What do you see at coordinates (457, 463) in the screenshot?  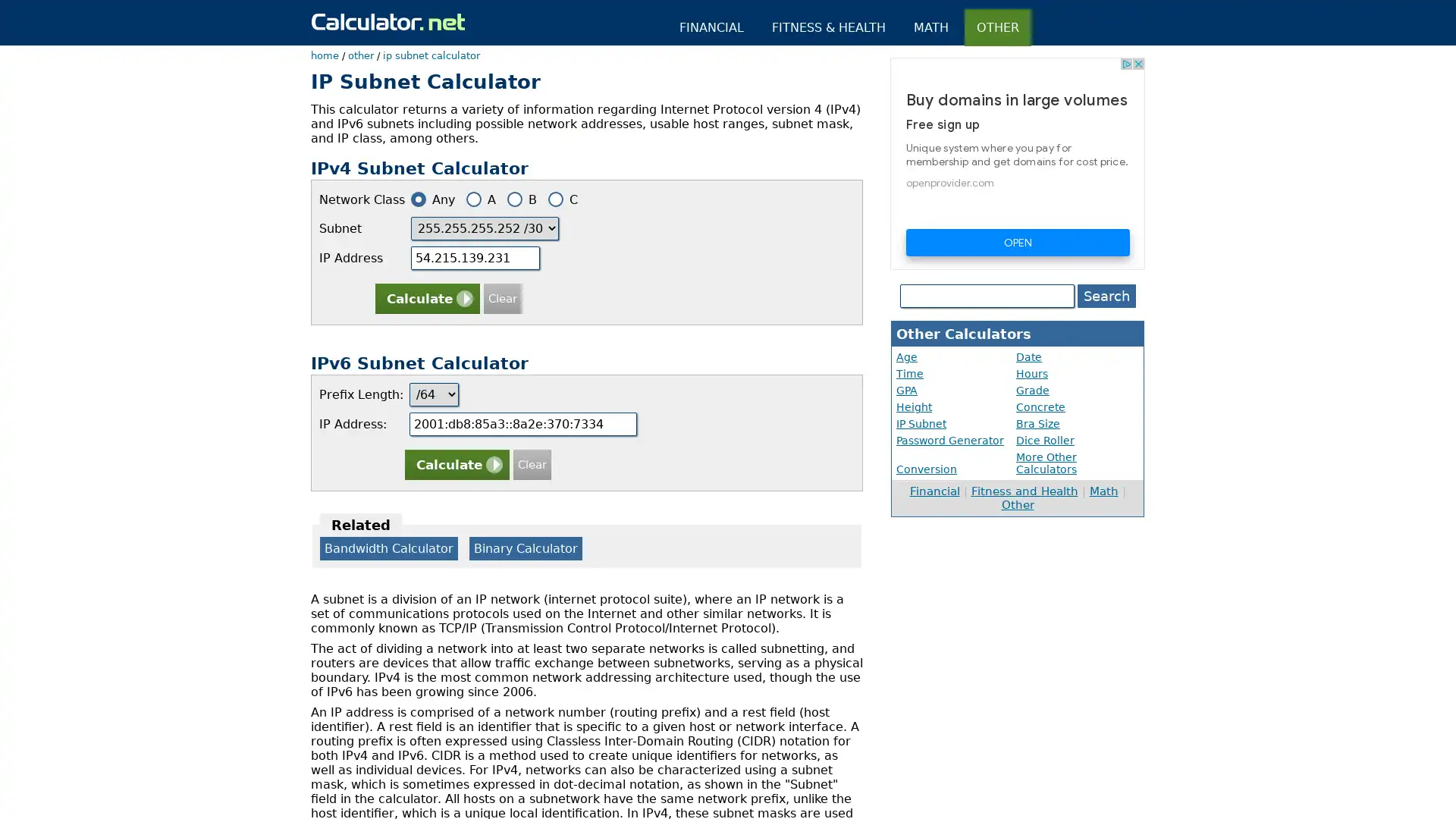 I see `Calculate` at bounding box center [457, 463].